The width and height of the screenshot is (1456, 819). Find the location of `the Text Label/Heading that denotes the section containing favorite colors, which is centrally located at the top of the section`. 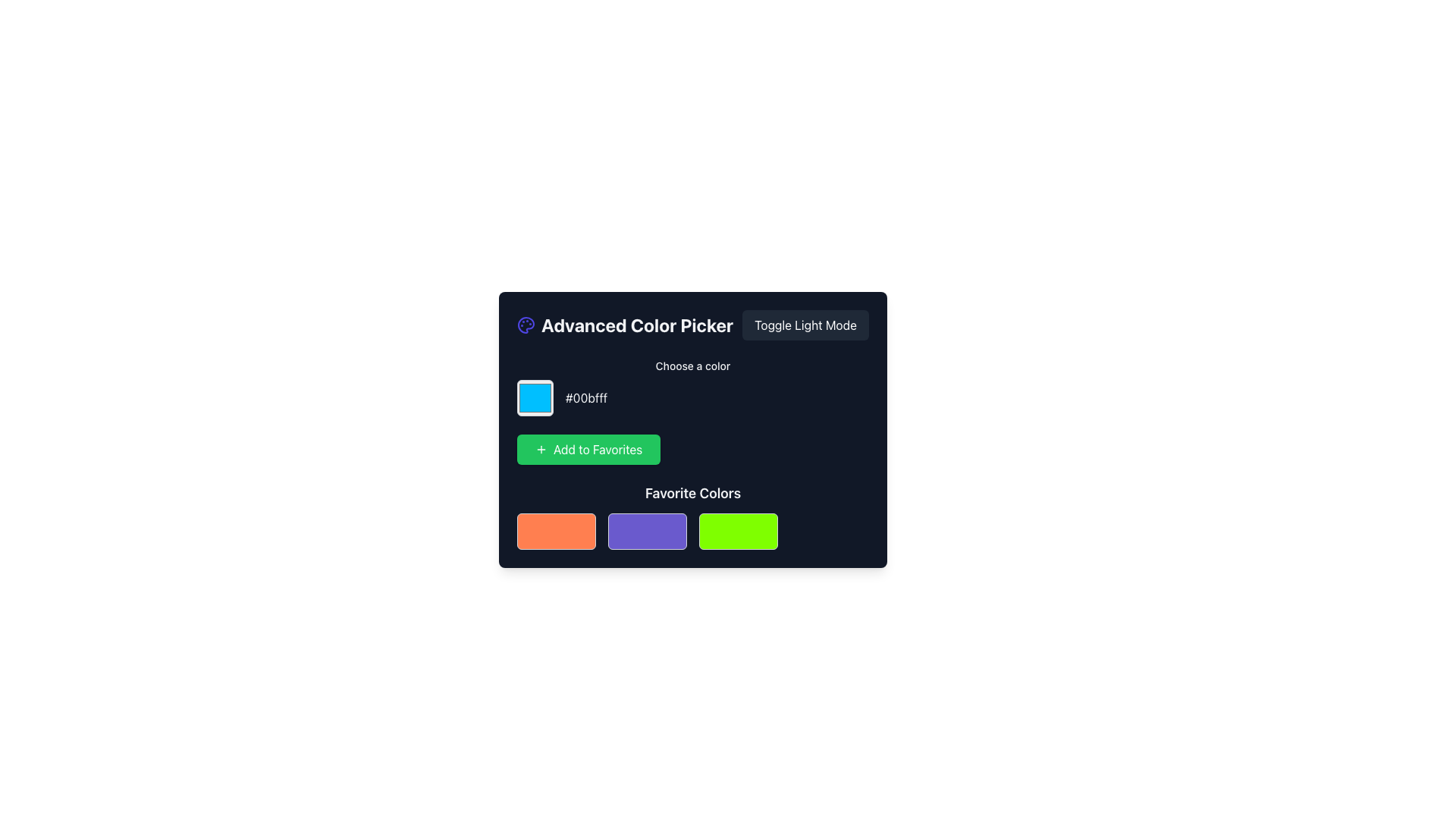

the Text Label/Heading that denotes the section containing favorite colors, which is centrally located at the top of the section is located at coordinates (692, 494).